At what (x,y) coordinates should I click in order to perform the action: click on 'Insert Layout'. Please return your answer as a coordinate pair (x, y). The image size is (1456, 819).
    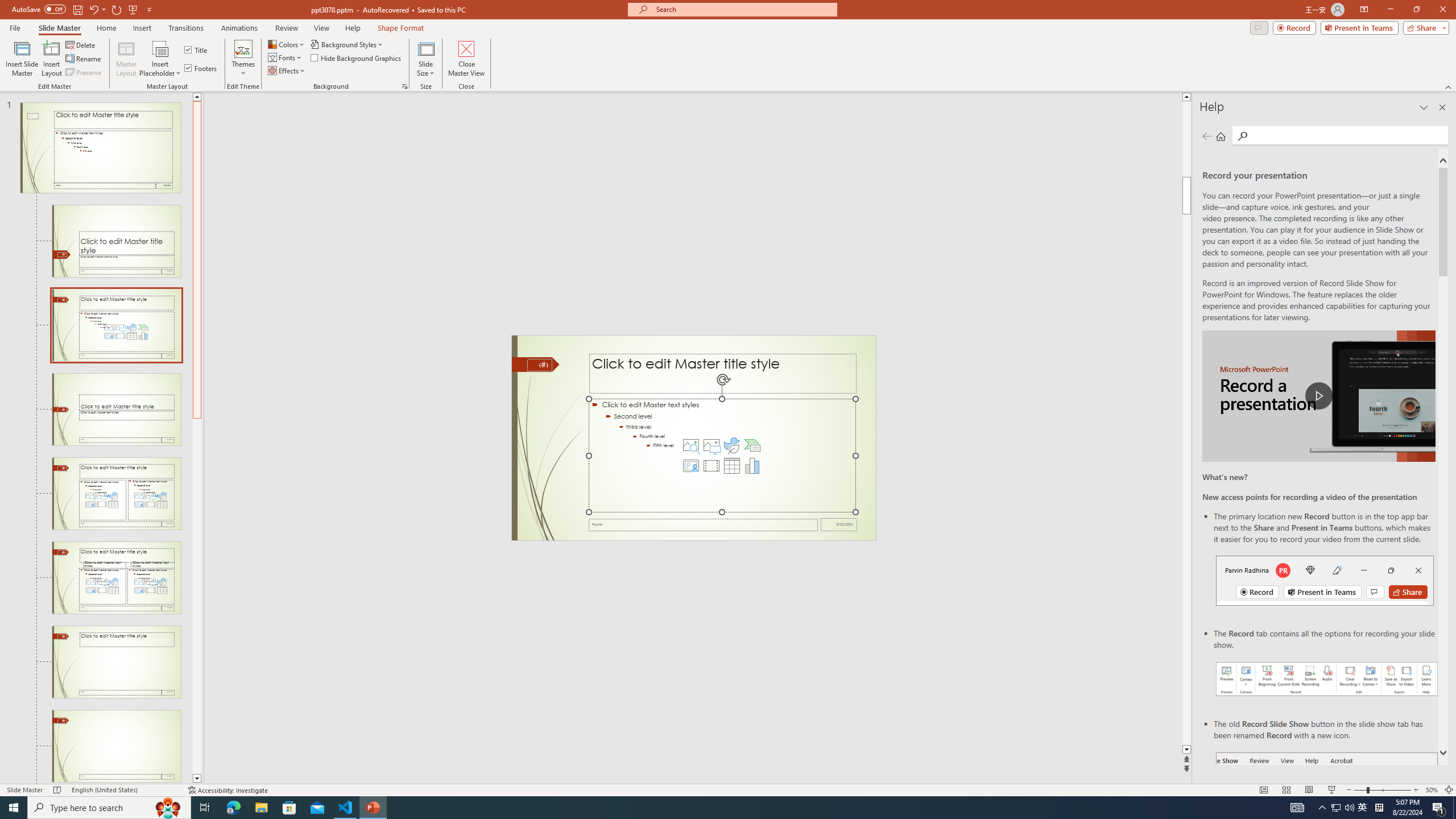
    Looking at the image, I should click on (51, 59).